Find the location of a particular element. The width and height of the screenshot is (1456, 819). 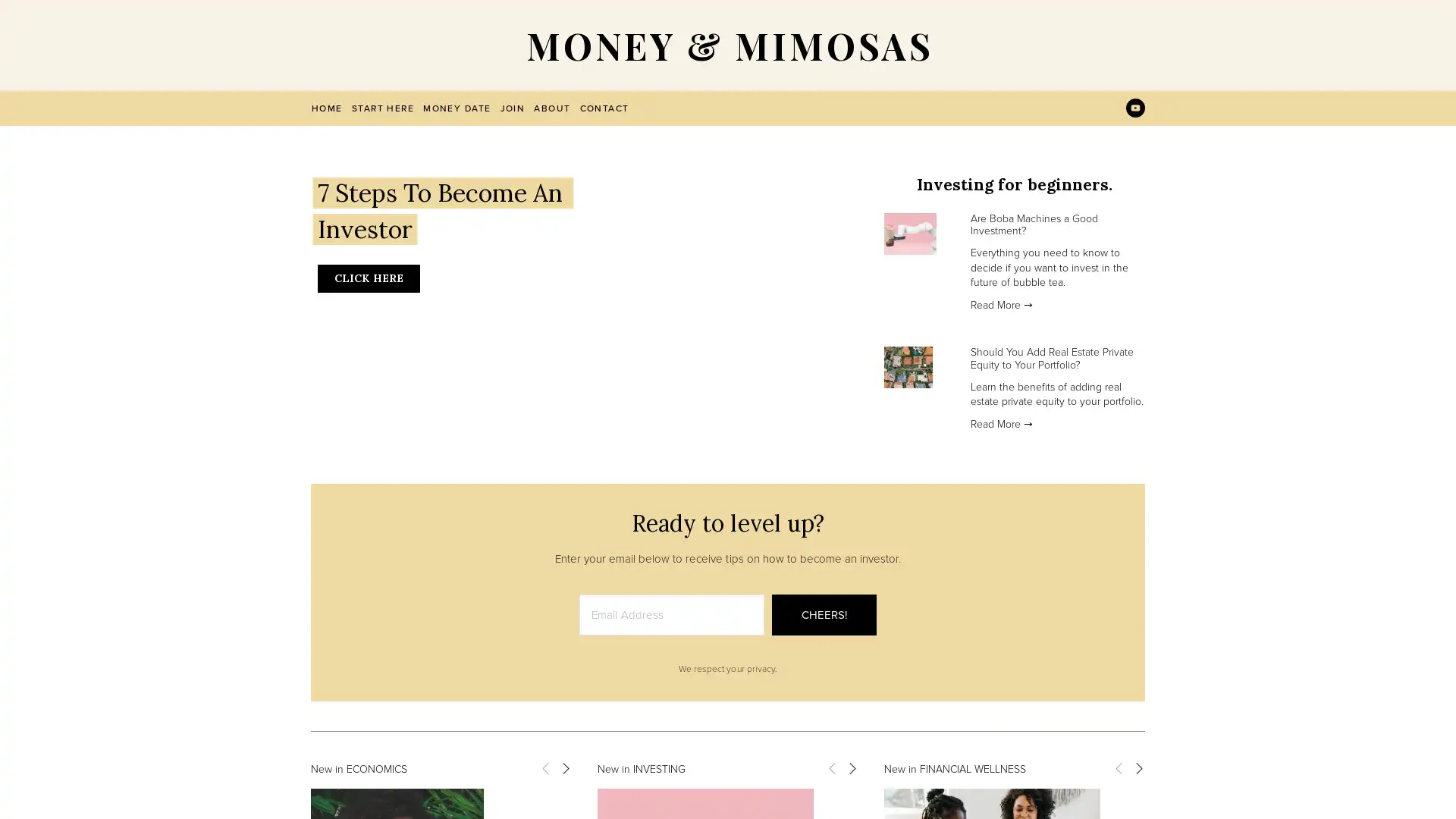

Next is located at coordinates (1138, 767).